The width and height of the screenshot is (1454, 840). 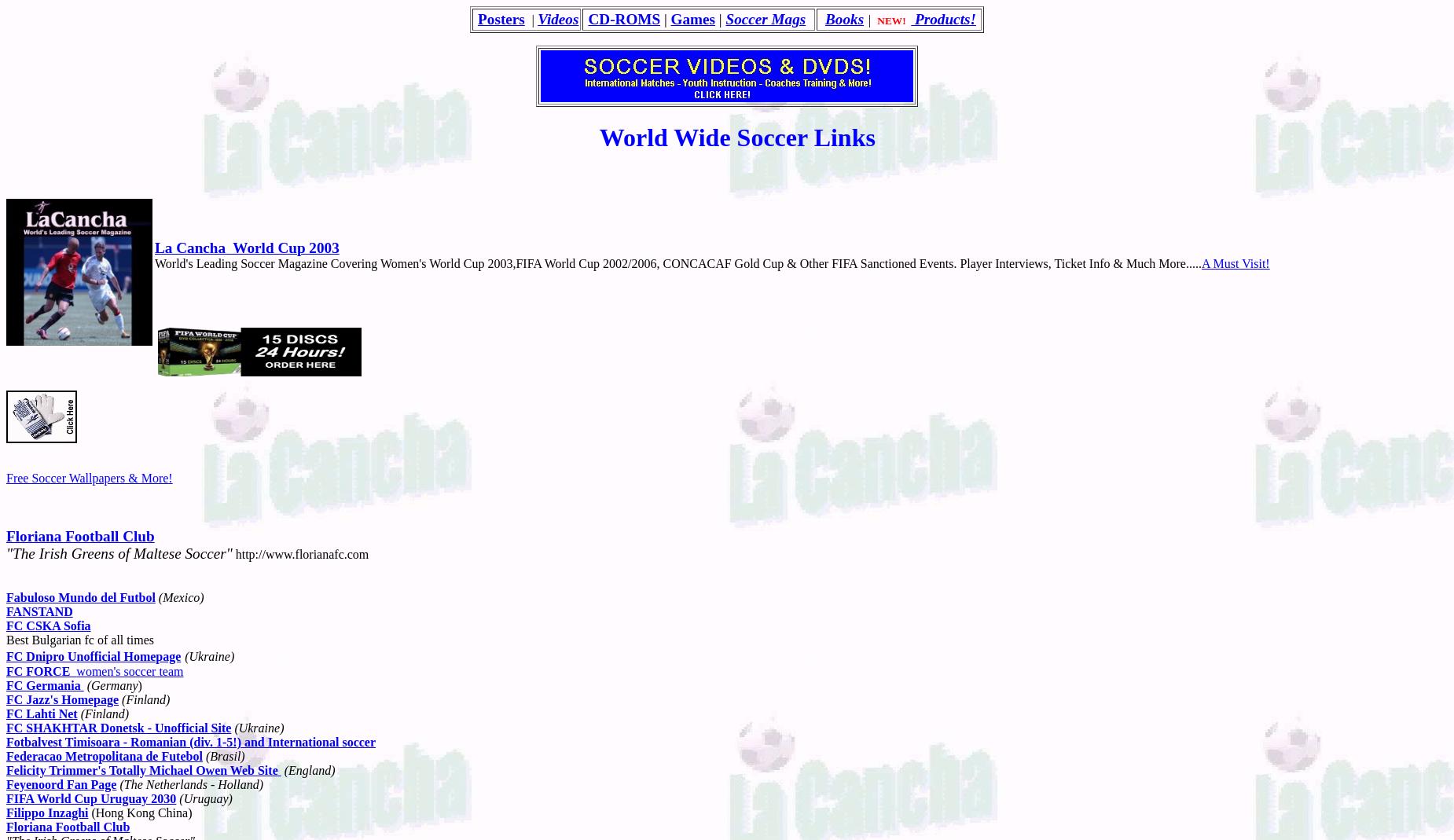 What do you see at coordinates (179, 596) in the screenshot?
I see `'(Mexico)'` at bounding box center [179, 596].